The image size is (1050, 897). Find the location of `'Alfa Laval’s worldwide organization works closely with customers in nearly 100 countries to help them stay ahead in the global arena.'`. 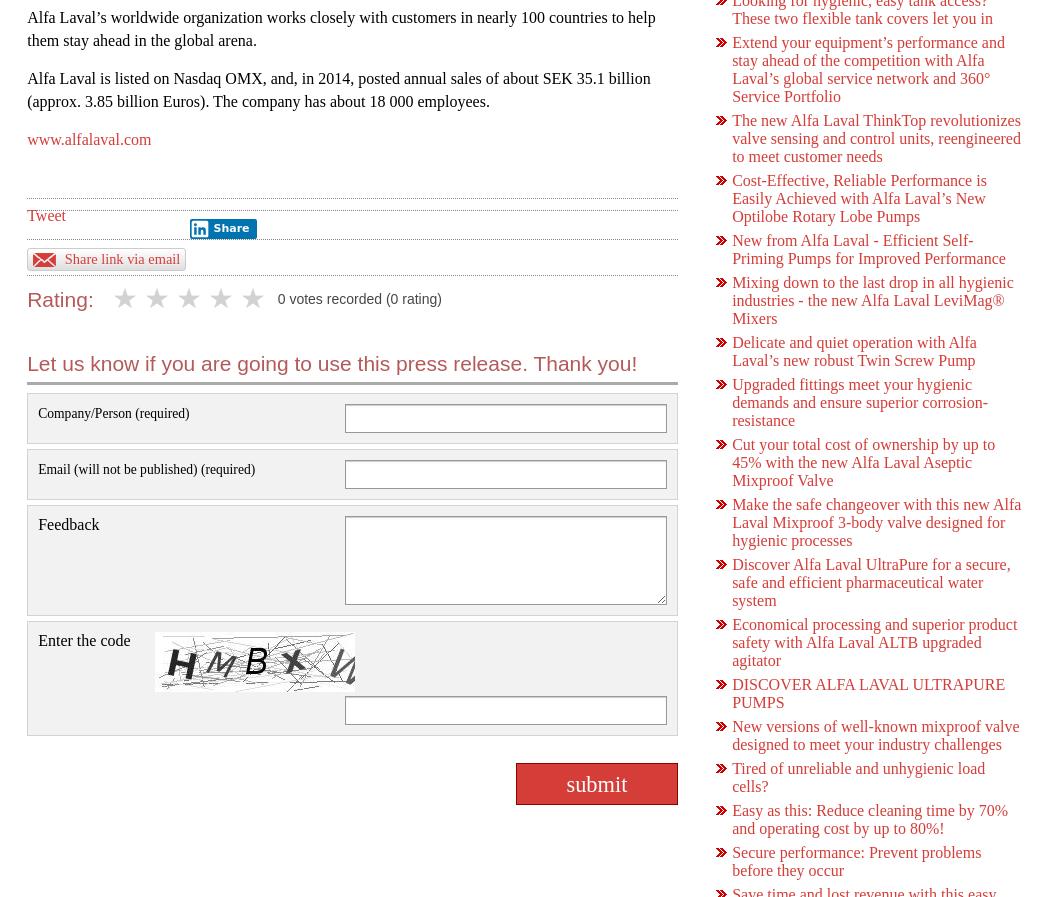

'Alfa Laval’s worldwide organization works closely with customers in nearly 100 countries to help them stay ahead in the global arena.' is located at coordinates (340, 27).